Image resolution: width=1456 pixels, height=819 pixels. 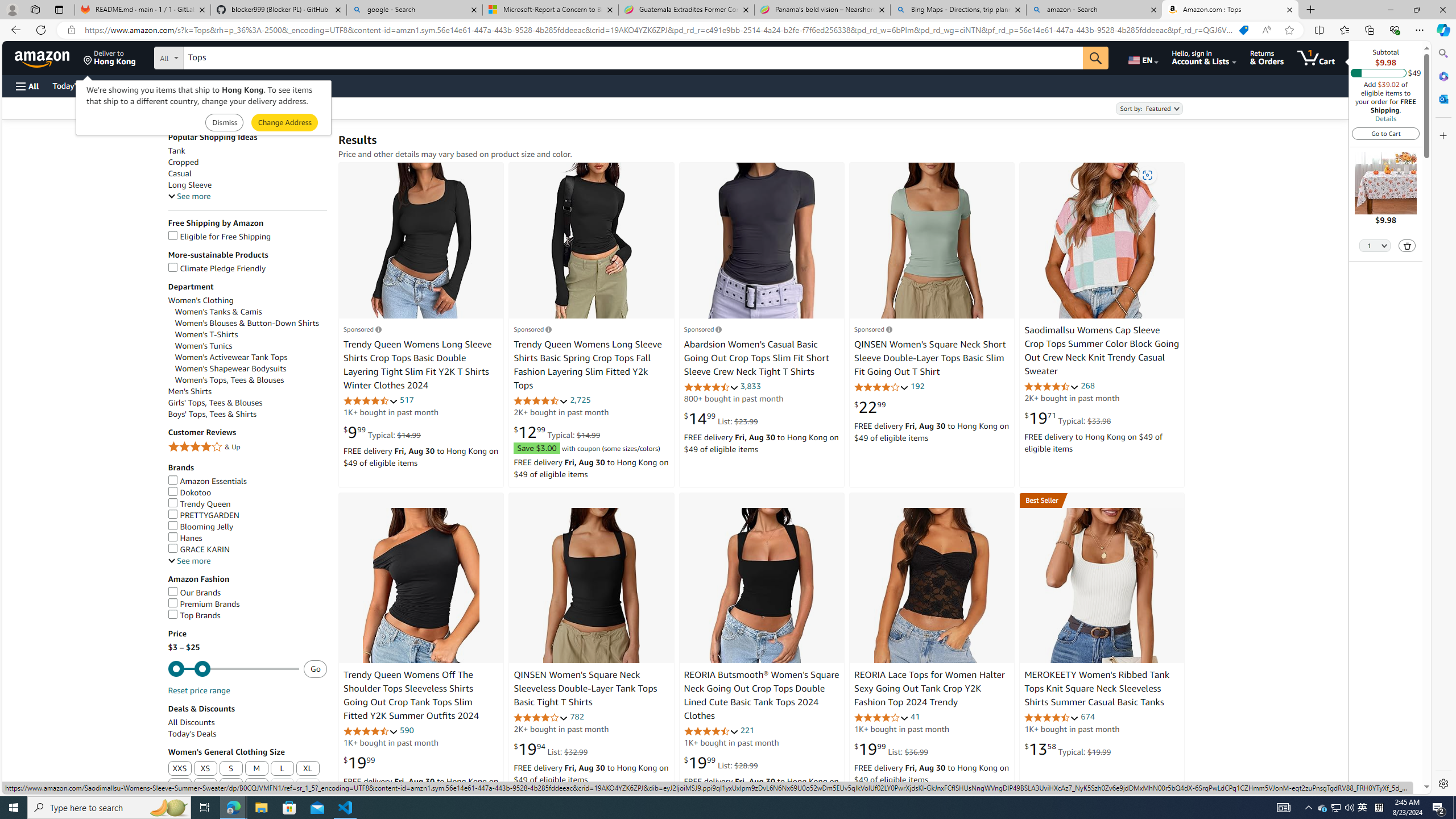 I want to click on 'Amazon Essentials', so click(x=206, y=481).